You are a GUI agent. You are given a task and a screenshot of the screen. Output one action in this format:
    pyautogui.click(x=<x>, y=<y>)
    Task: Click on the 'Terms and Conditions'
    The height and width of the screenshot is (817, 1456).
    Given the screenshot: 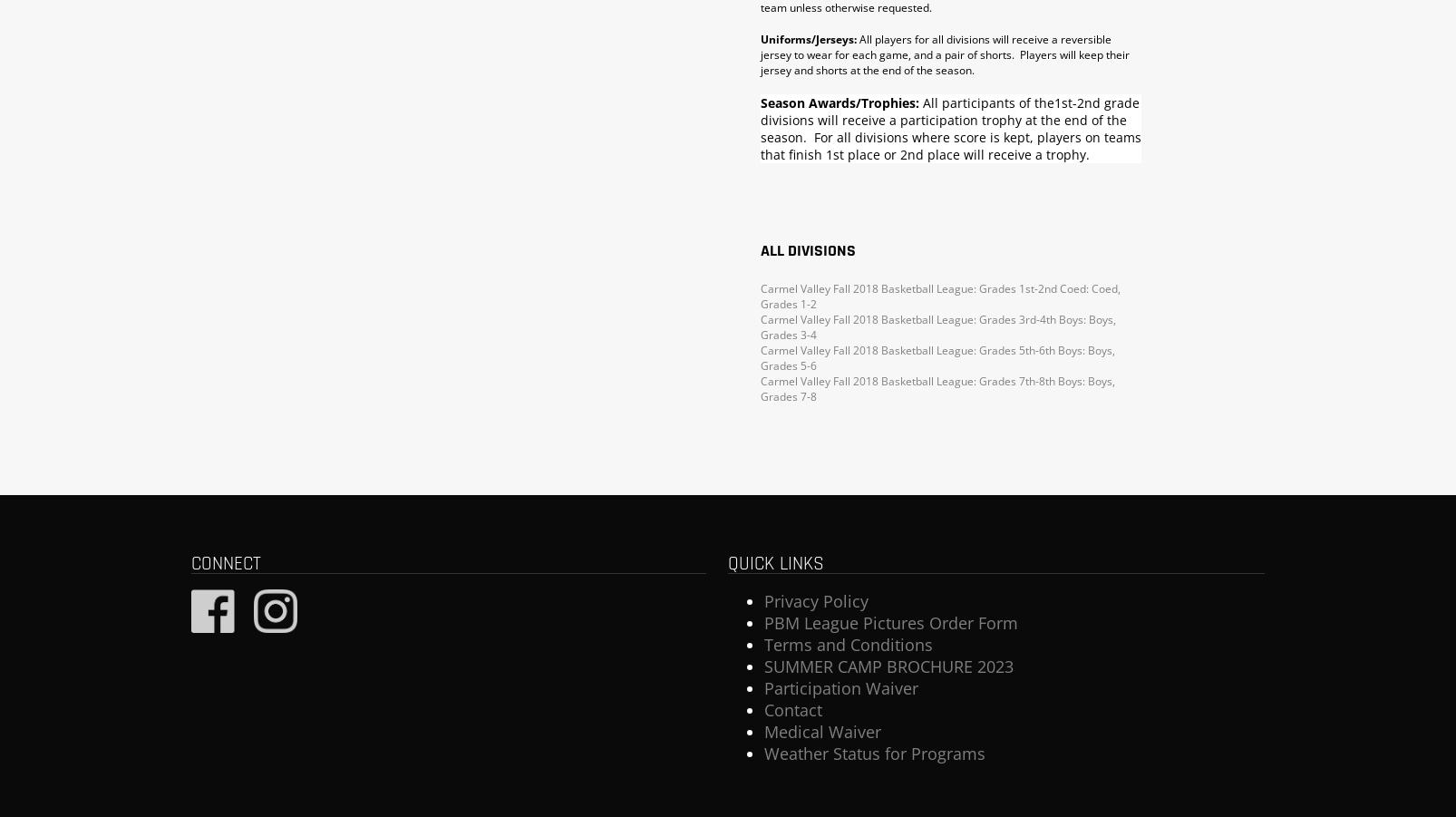 What is the action you would take?
    pyautogui.click(x=848, y=644)
    